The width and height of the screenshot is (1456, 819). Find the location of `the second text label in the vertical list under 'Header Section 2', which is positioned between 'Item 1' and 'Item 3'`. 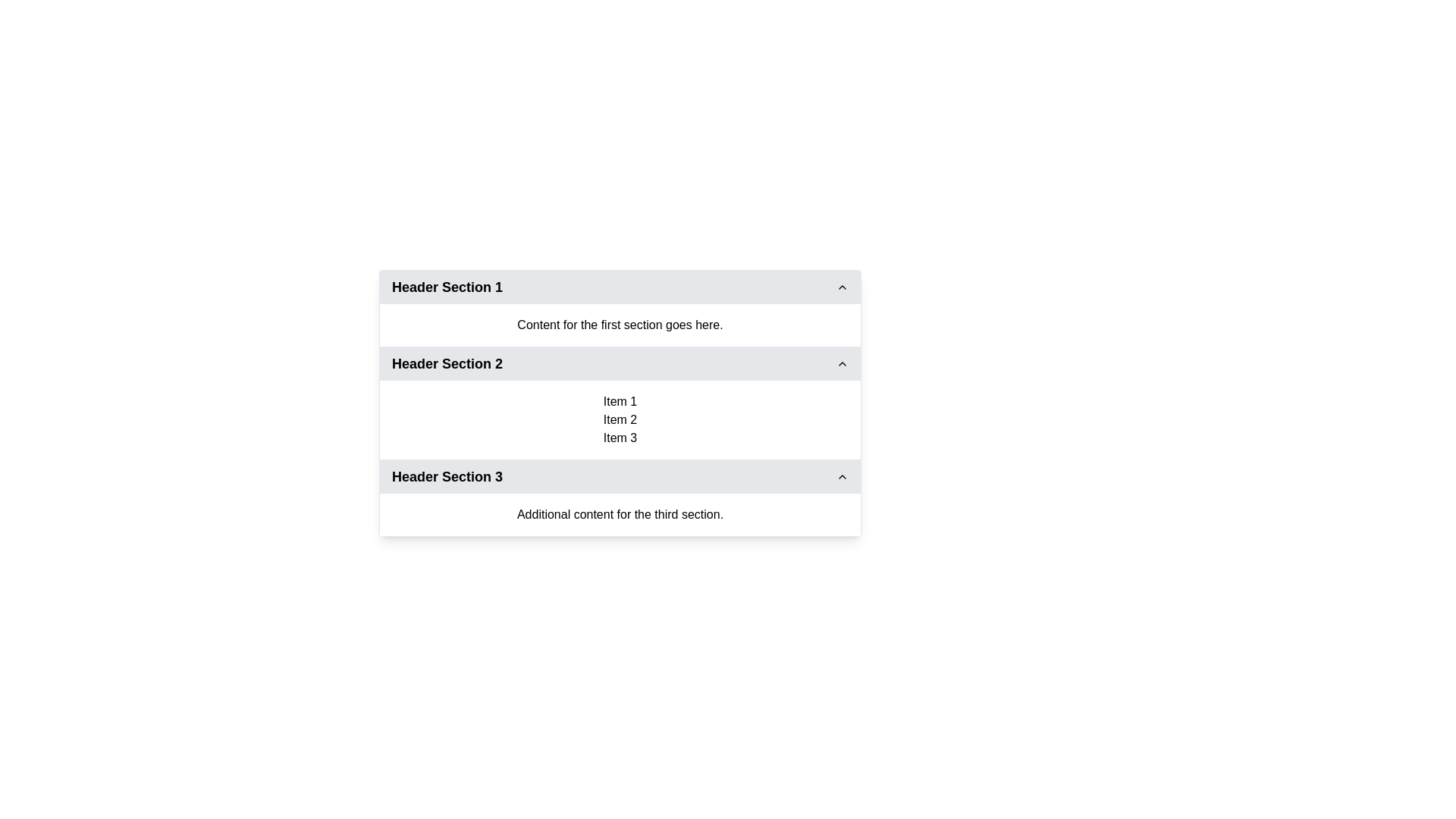

the second text label in the vertical list under 'Header Section 2', which is positioned between 'Item 1' and 'Item 3' is located at coordinates (620, 420).